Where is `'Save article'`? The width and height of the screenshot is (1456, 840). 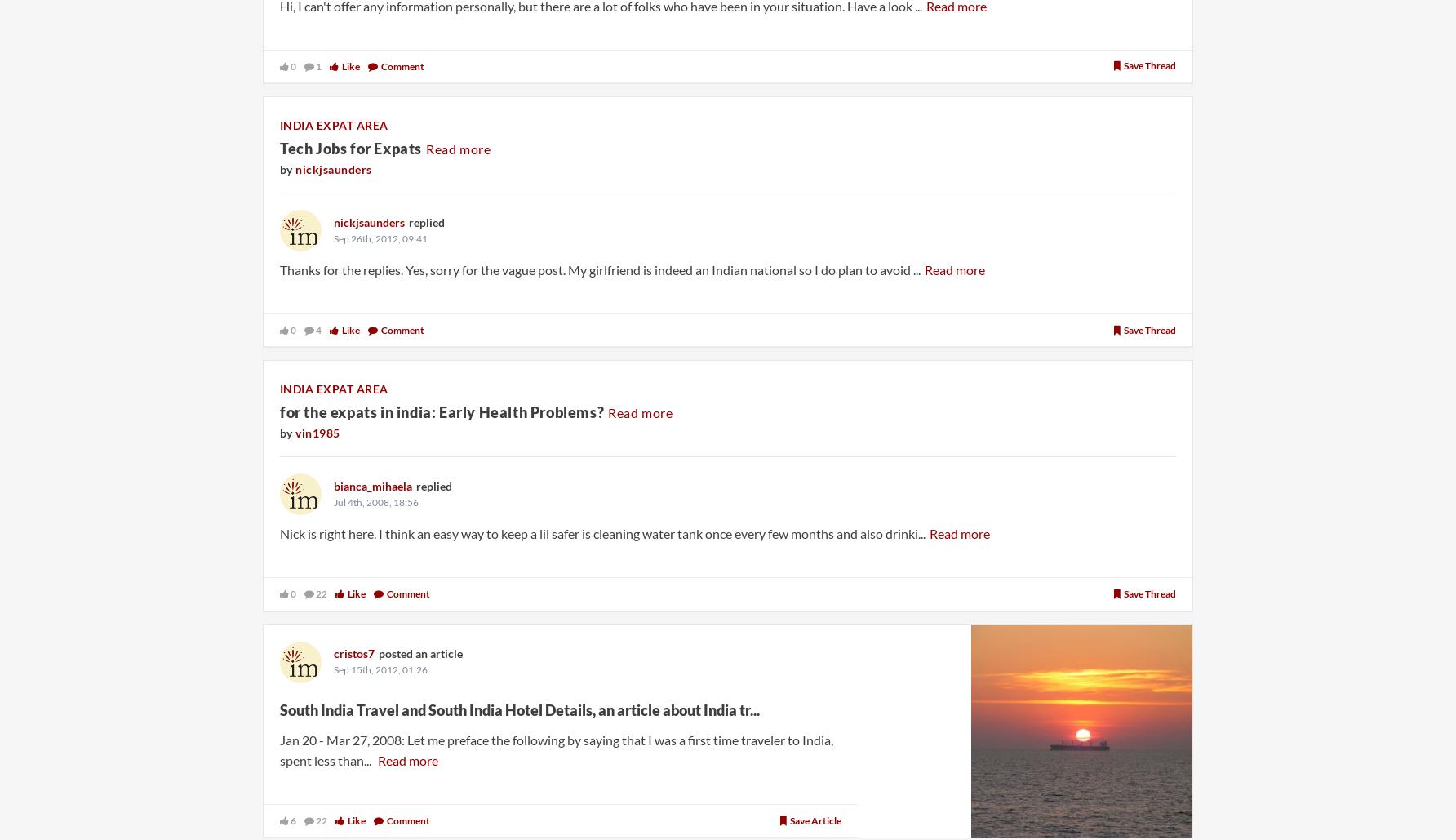 'Save article' is located at coordinates (815, 819).